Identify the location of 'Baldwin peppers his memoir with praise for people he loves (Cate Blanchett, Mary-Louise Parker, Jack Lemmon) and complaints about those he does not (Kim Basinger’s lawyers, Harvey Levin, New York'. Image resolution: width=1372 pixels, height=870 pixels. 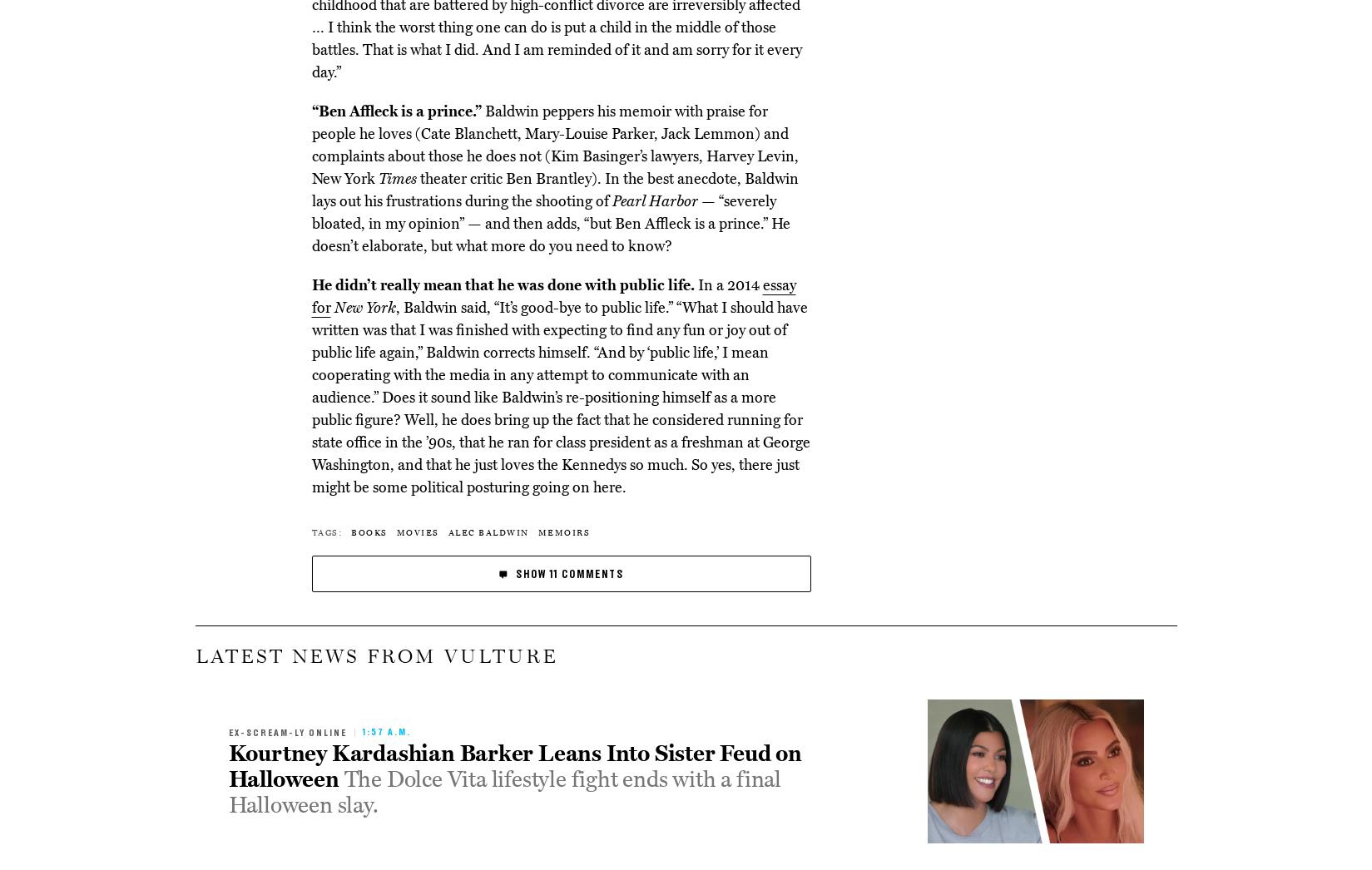
(554, 144).